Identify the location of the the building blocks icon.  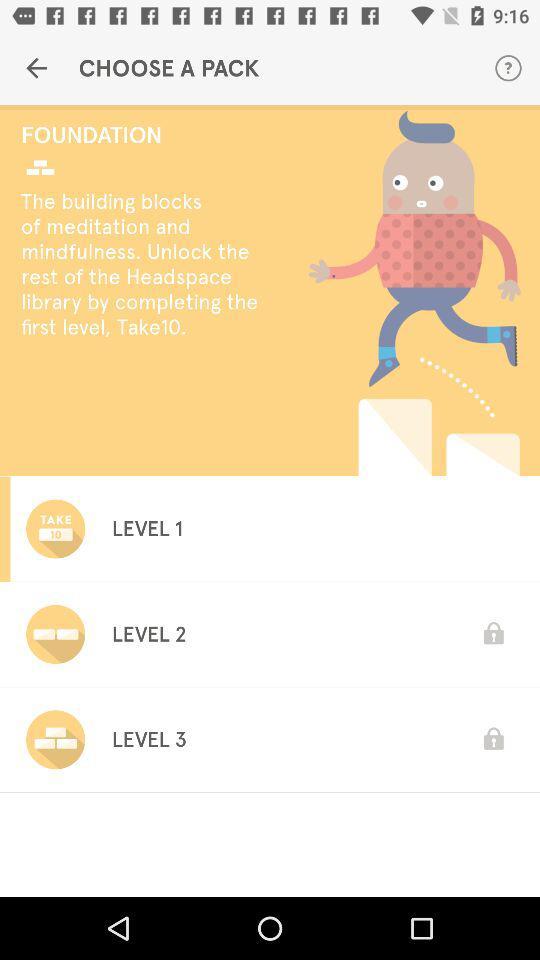
(144, 263).